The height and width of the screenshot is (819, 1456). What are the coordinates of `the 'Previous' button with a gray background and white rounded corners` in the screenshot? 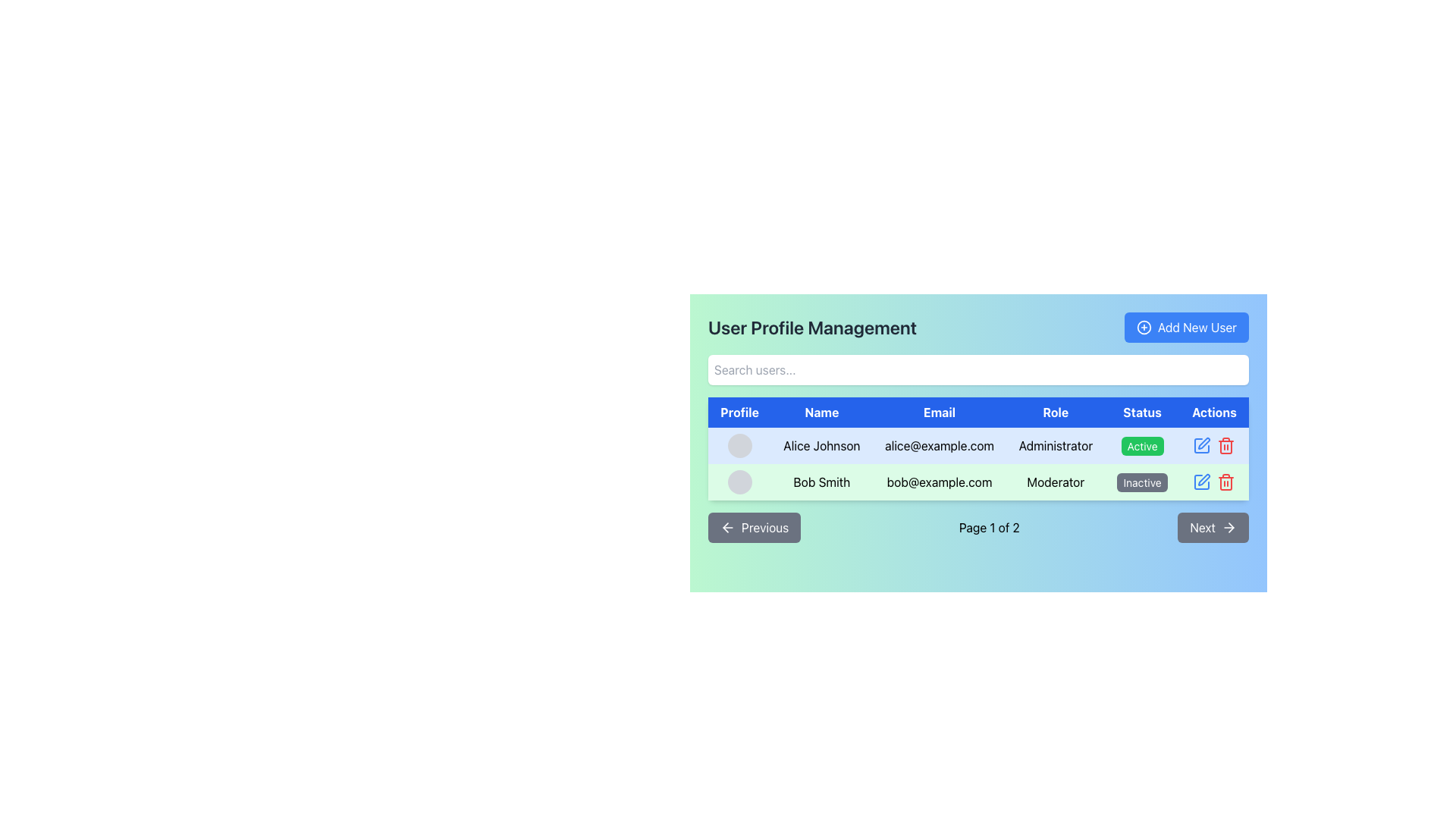 It's located at (755, 526).